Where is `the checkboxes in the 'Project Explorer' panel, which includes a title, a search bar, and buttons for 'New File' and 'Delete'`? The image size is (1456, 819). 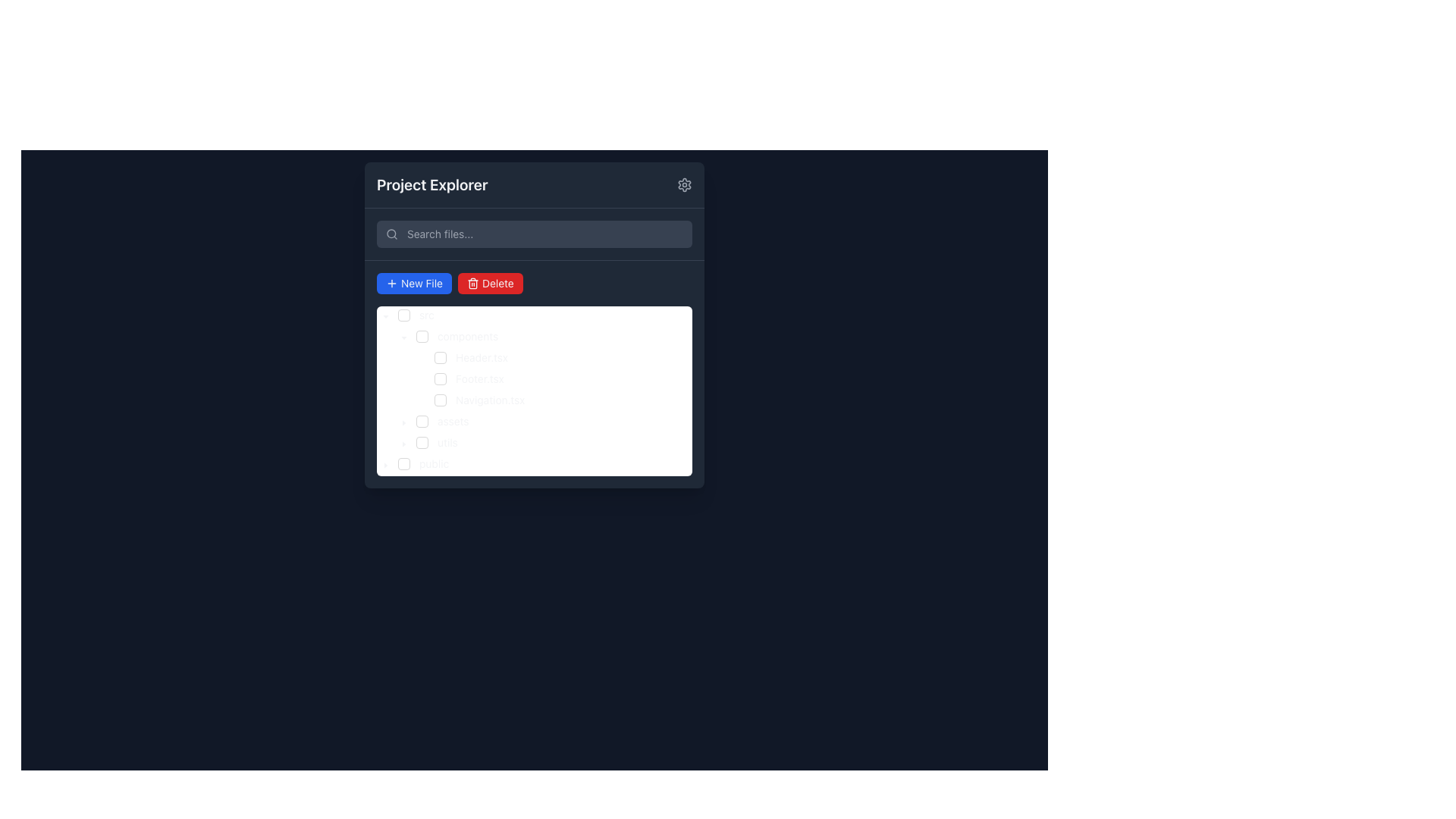 the checkboxes in the 'Project Explorer' panel, which includes a title, a search bar, and buttons for 'New File' and 'Delete' is located at coordinates (535, 324).